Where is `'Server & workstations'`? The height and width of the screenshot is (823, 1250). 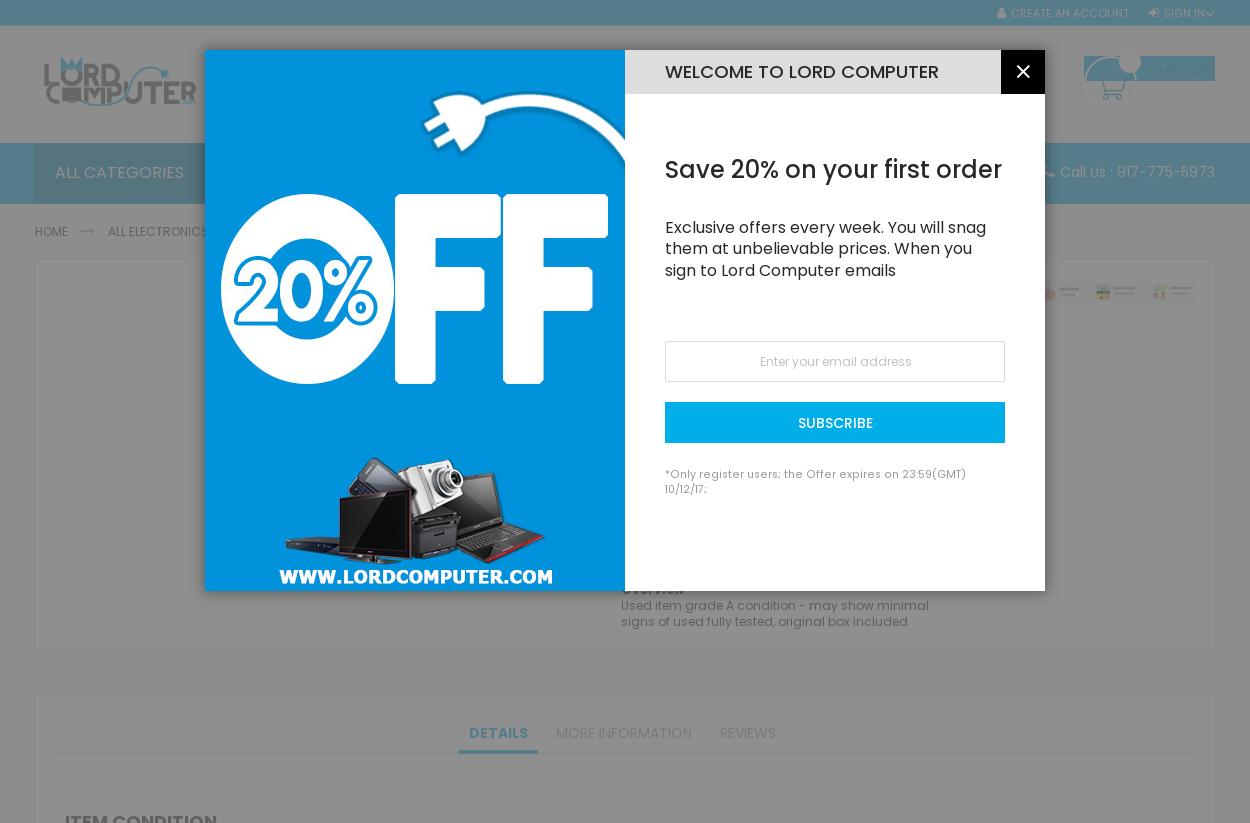
'Server & workstations' is located at coordinates (476, 228).